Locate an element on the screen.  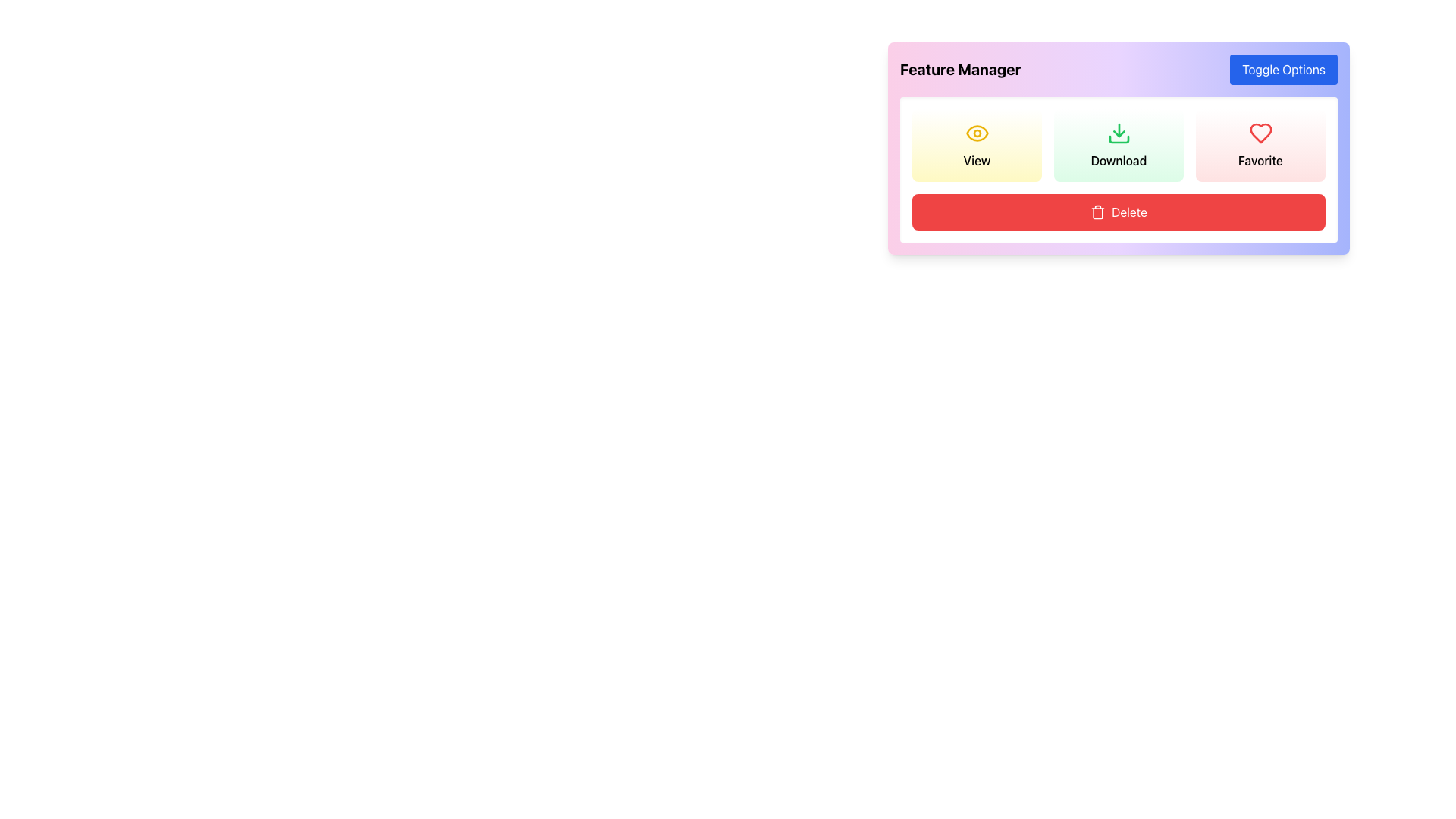
the heart icon button labeled 'Favorite' in the top-right corner of the button group is located at coordinates (1260, 146).